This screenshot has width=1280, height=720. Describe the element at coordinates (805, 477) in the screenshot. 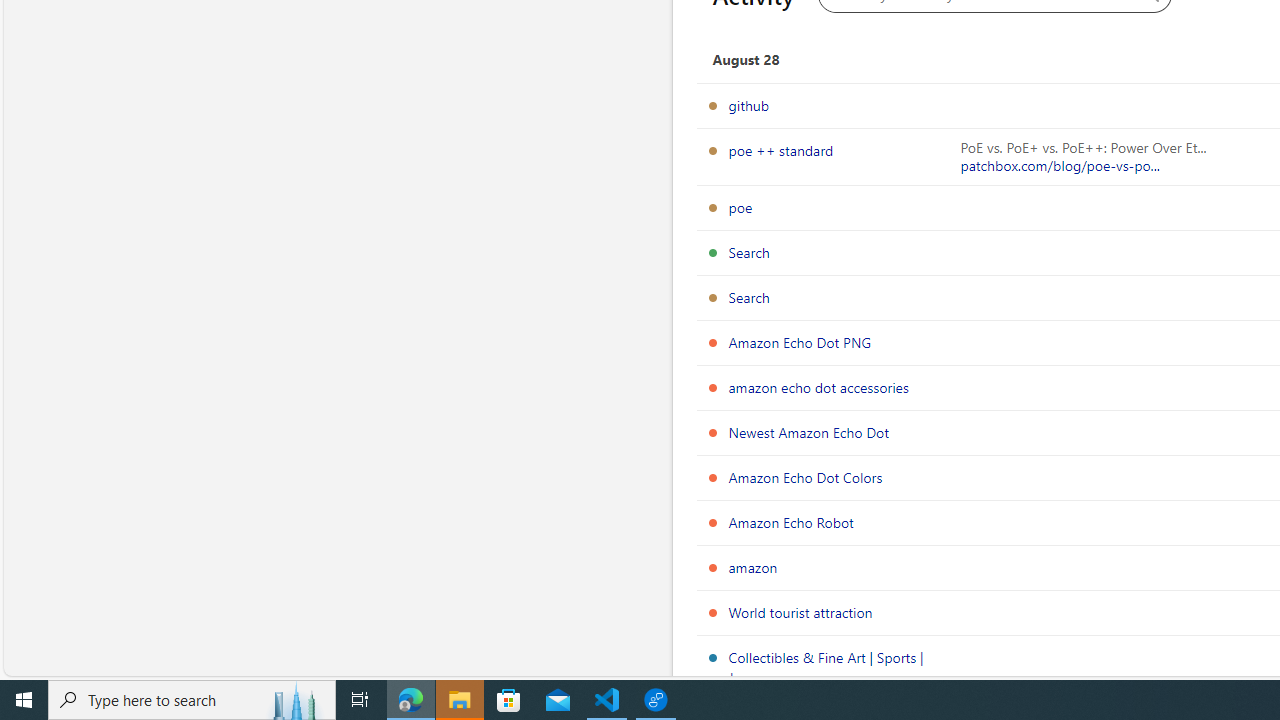

I see `'Amazon Echo Dot Colors'` at that location.